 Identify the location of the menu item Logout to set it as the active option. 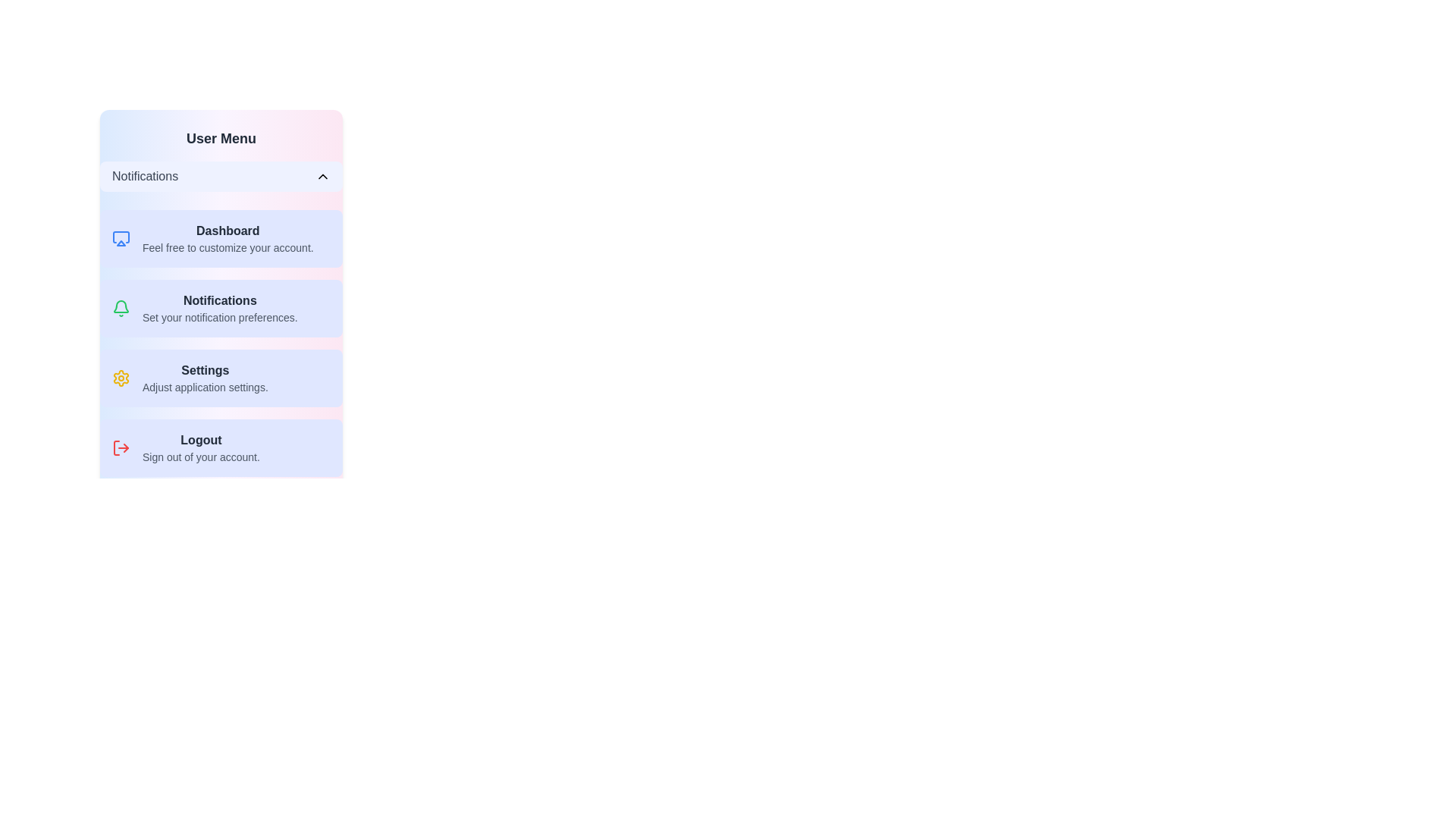
(221, 447).